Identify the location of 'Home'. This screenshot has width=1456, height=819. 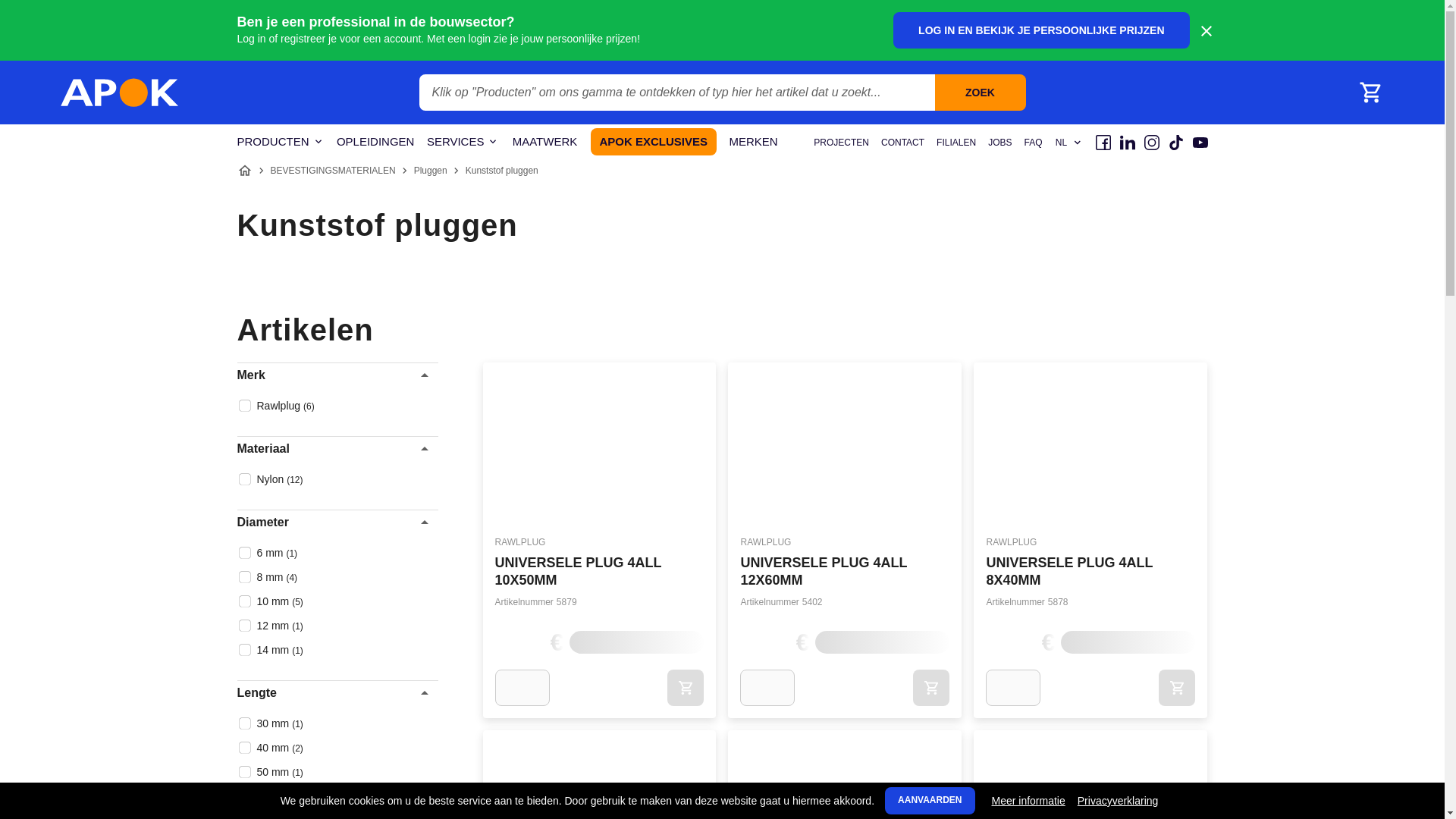
(243, 170).